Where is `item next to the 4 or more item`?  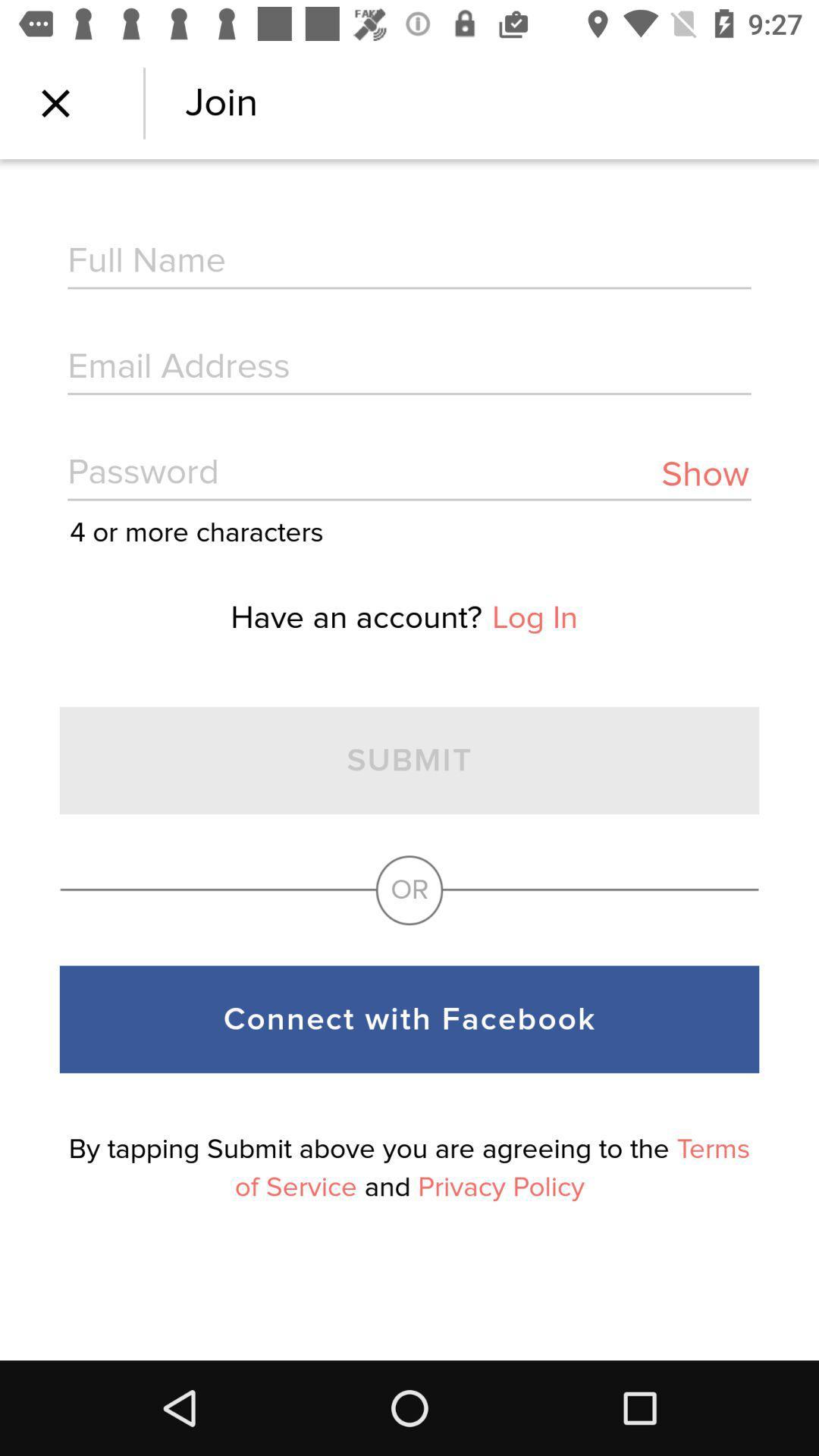 item next to the 4 or more item is located at coordinates (704, 473).